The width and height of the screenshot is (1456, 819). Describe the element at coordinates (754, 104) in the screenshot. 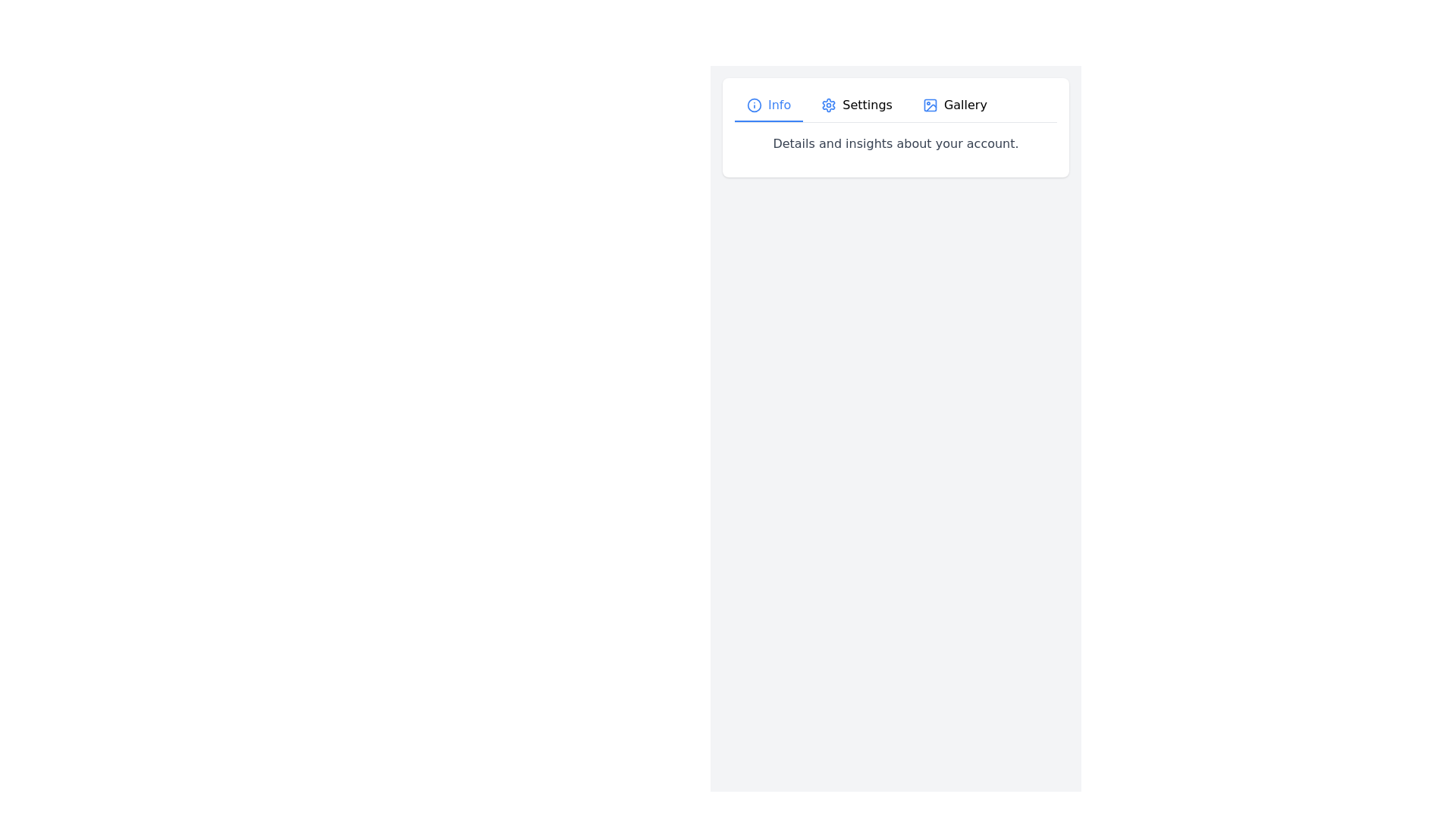

I see `the informational icon located to the left of the 'Info' label in the tab section of the navigation bar` at that location.